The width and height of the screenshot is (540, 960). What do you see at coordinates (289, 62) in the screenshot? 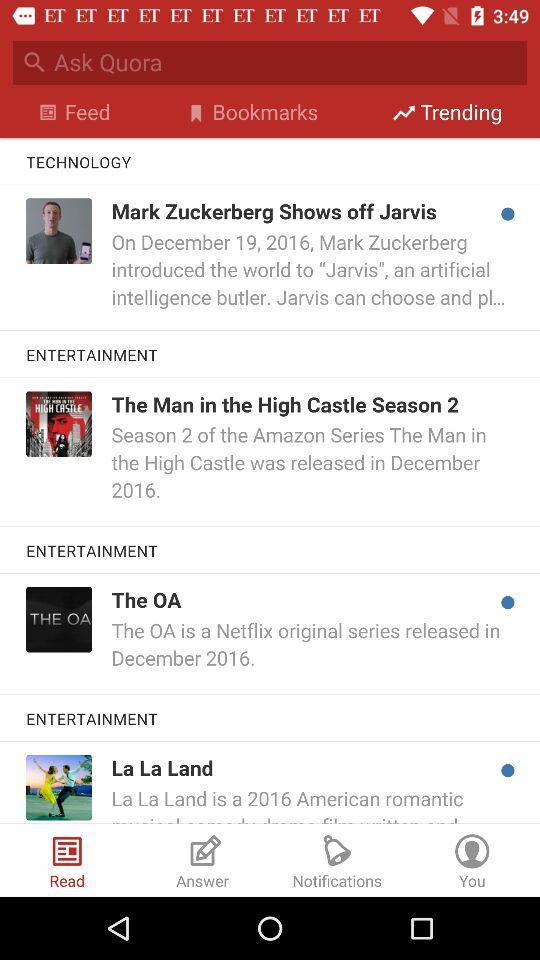
I see `text field` at bounding box center [289, 62].